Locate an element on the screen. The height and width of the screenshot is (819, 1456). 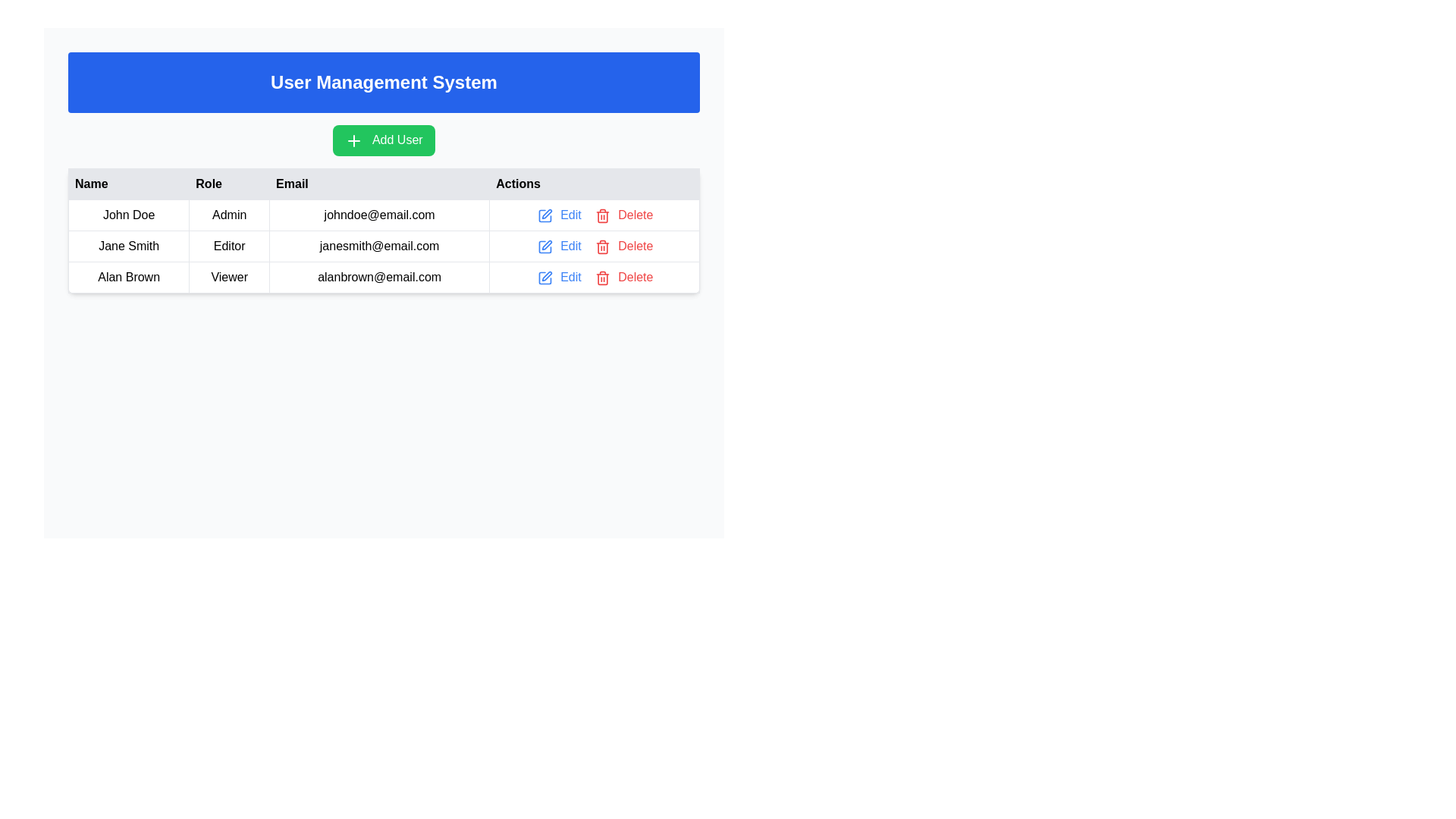
the graphical pen icon that represents the 'Edit' option adjacent to 'Jane Smith' in the user management table is located at coordinates (546, 244).